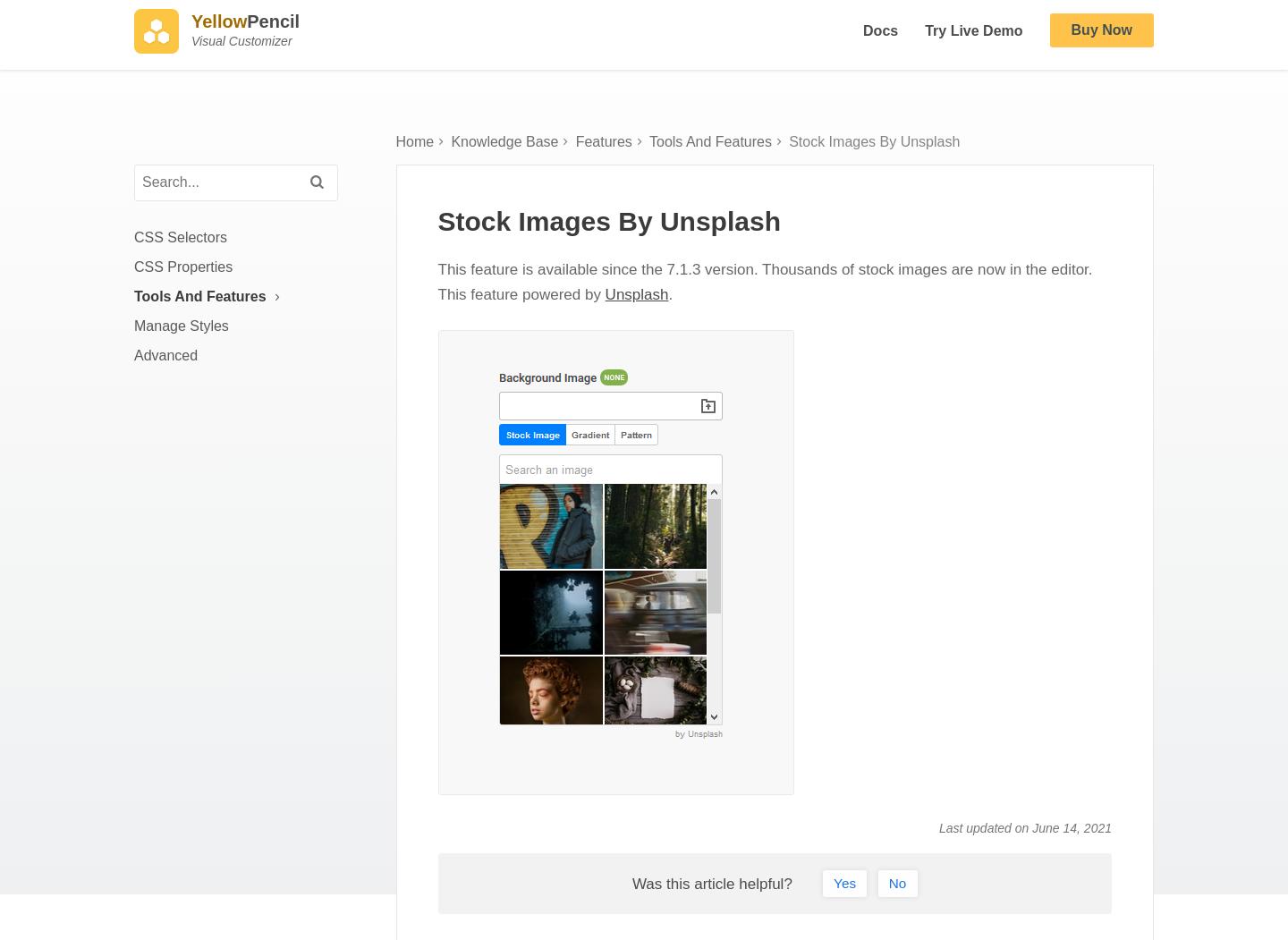  What do you see at coordinates (573, 157) in the screenshot?
I see `'Features'` at bounding box center [573, 157].